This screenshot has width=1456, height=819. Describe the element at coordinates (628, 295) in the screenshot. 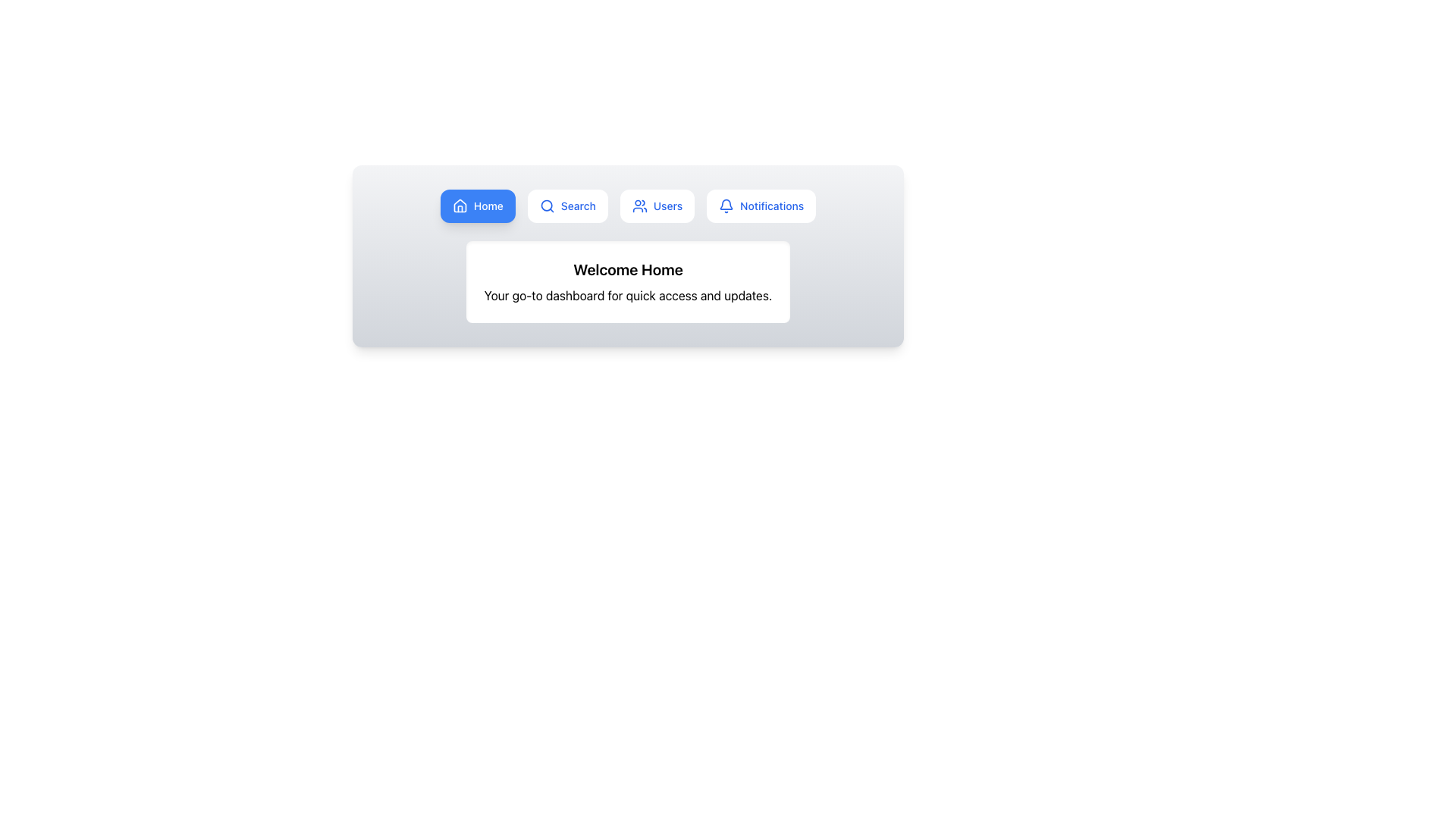

I see `text displayed in the text block that says 'Your go-to dashboard for quick access and updates.' located below the 'Welcome Home' heading` at that location.